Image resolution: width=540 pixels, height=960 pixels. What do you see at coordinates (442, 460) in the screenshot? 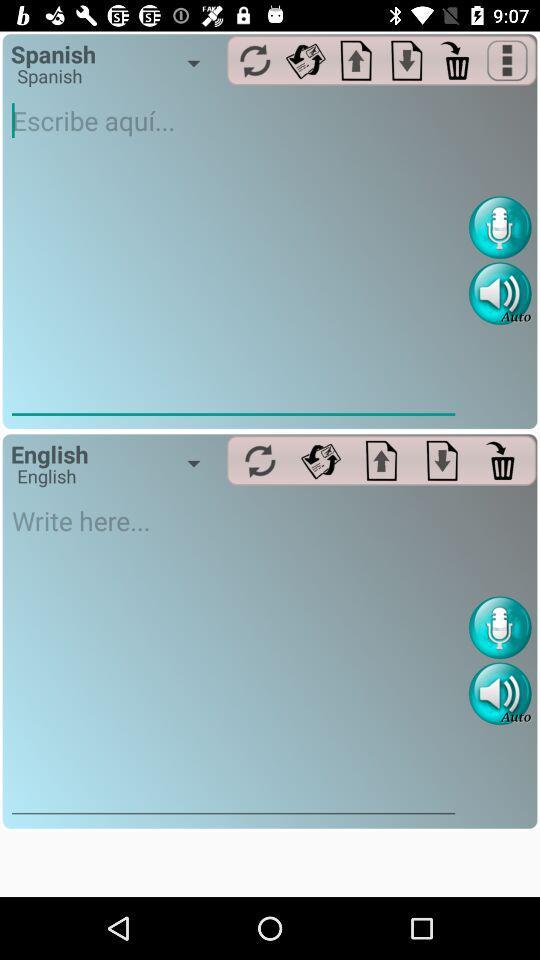
I see `download function` at bounding box center [442, 460].